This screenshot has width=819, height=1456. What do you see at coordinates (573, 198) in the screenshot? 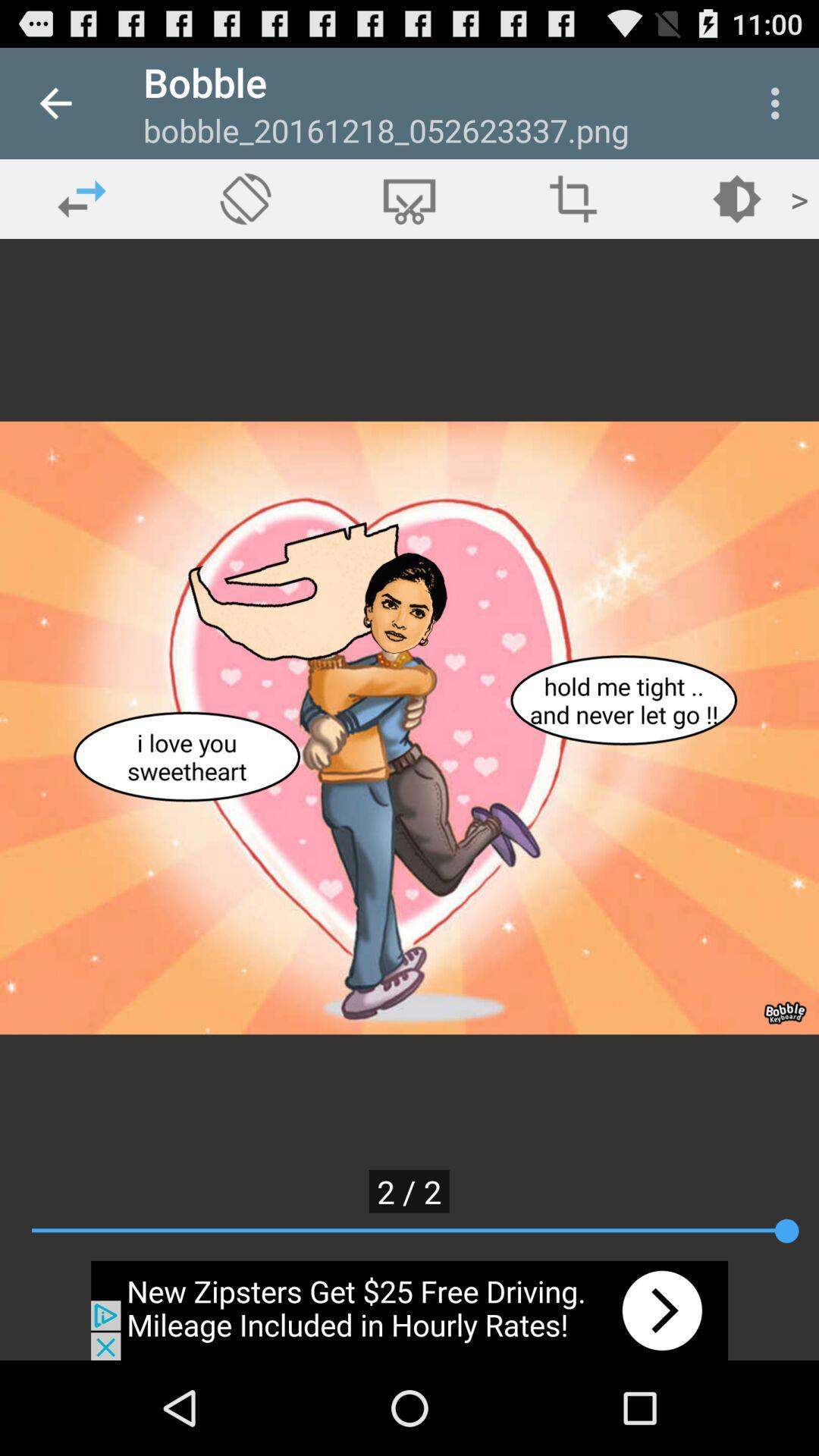
I see `the cropping icon` at bounding box center [573, 198].